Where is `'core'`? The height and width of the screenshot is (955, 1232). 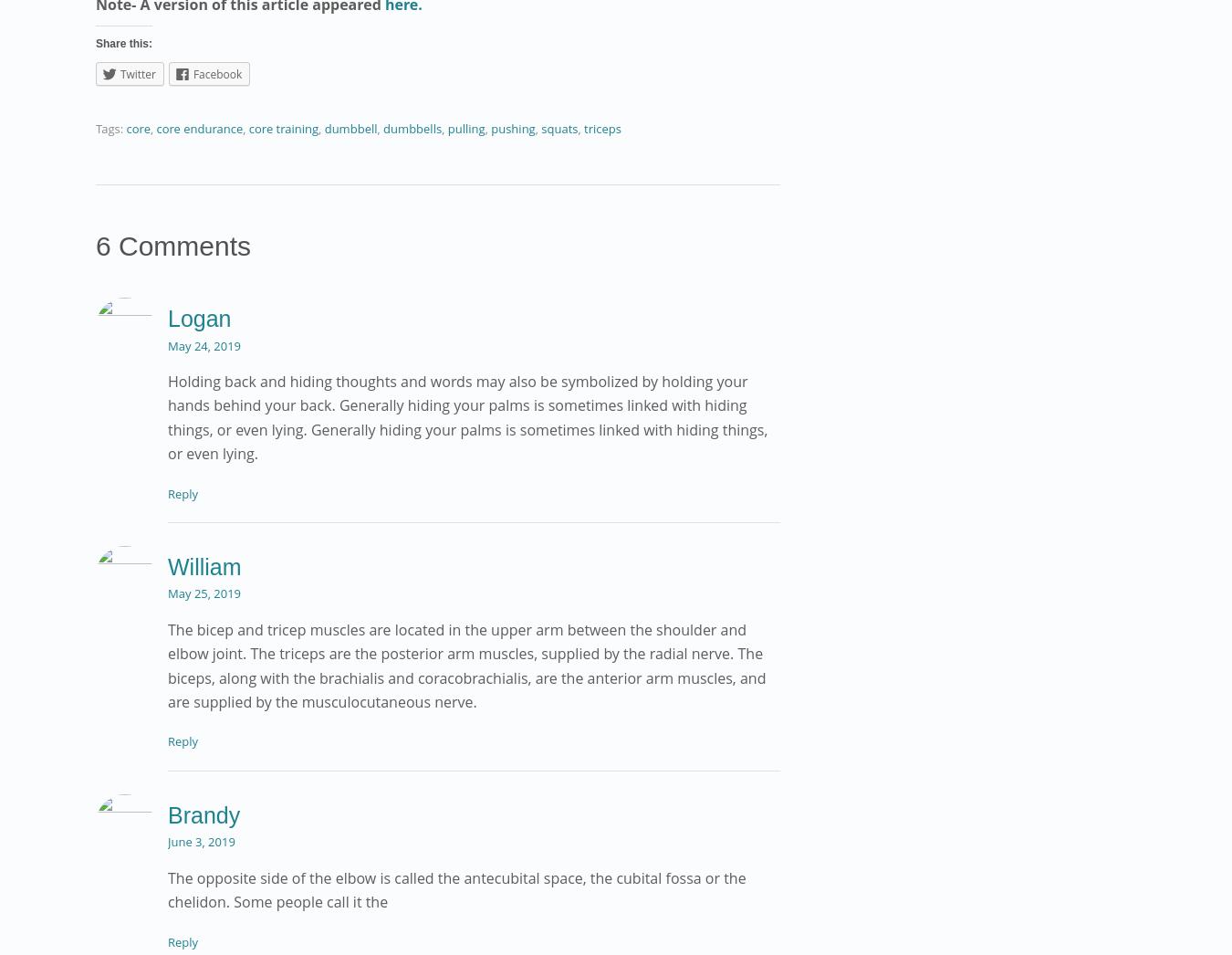 'core' is located at coordinates (138, 126).